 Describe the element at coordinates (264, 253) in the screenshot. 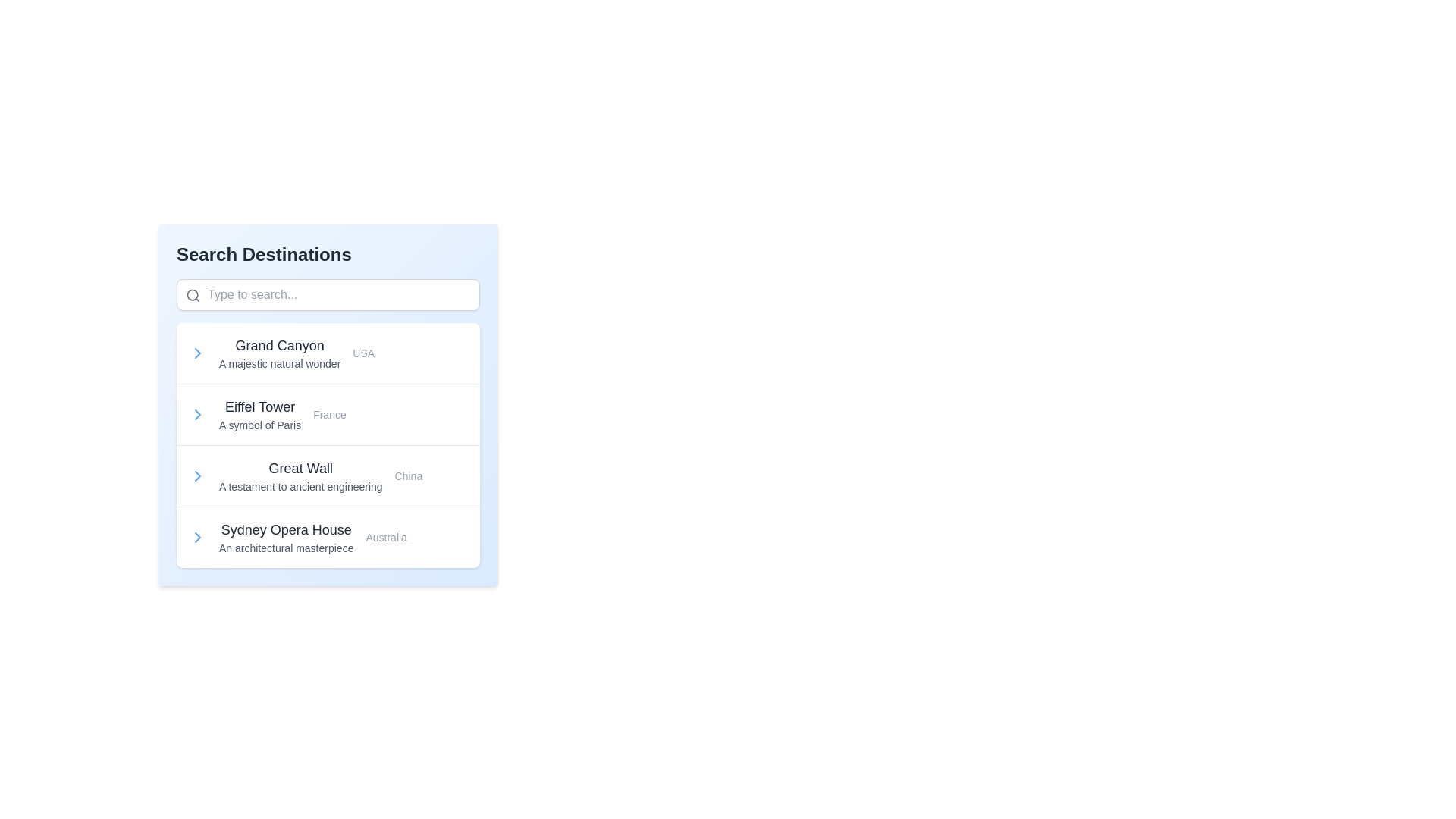

I see `the static heading text label that provides context and information about the section below it, which is centrally aligned above the search input field` at that location.